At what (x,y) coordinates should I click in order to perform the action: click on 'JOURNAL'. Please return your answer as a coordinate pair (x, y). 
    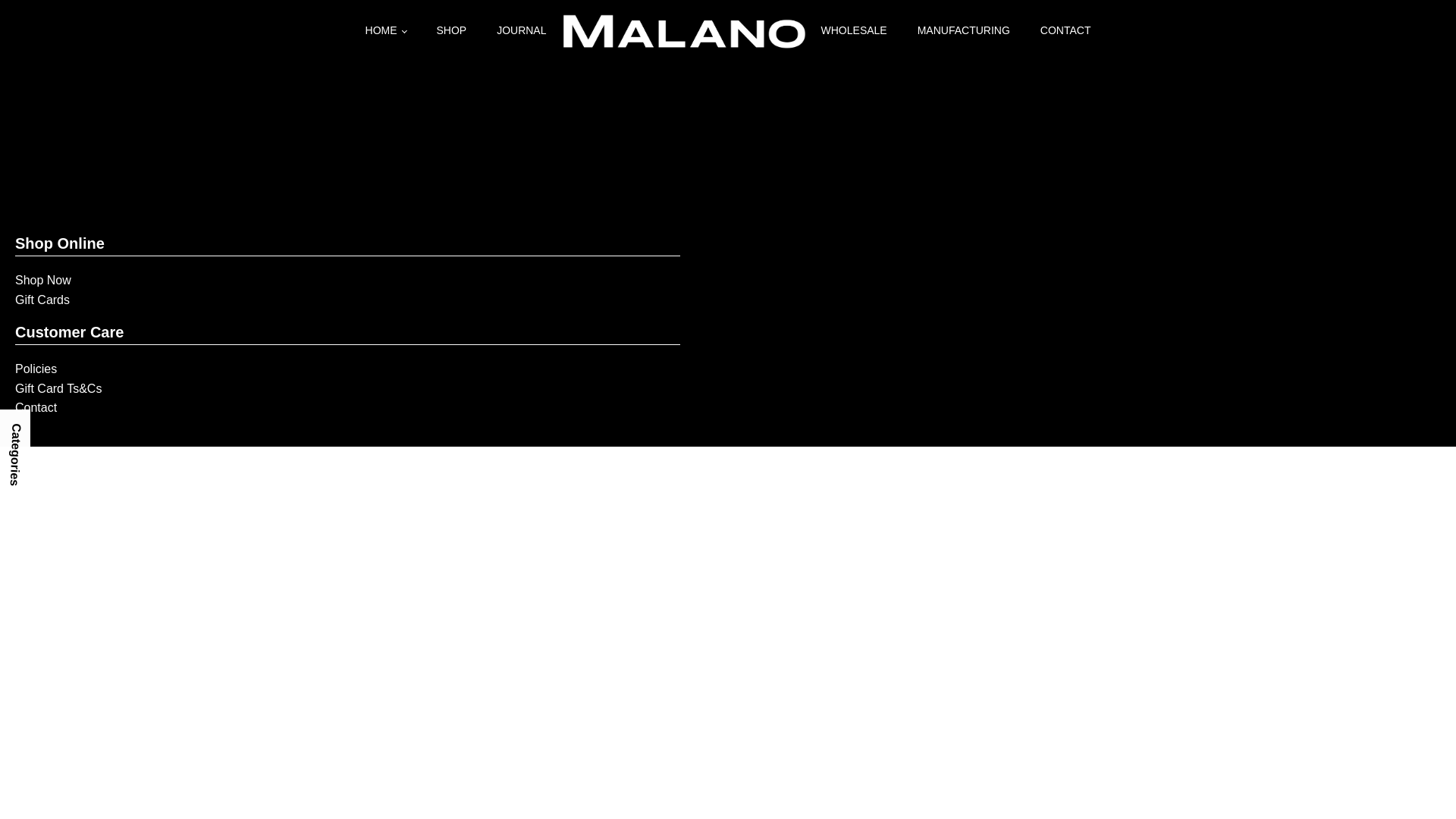
    Looking at the image, I should click on (521, 30).